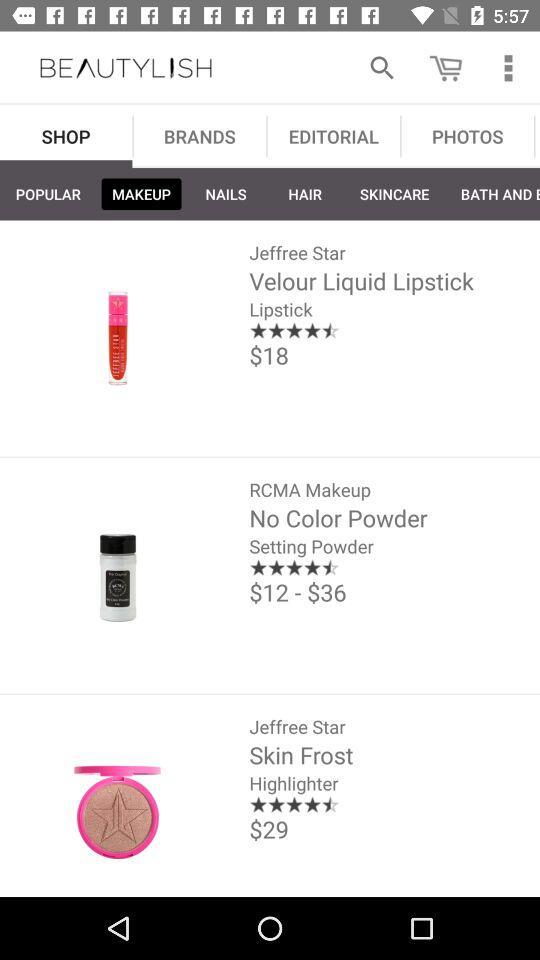 The image size is (540, 960). Describe the element at coordinates (491, 194) in the screenshot. I see `bath and` at that location.